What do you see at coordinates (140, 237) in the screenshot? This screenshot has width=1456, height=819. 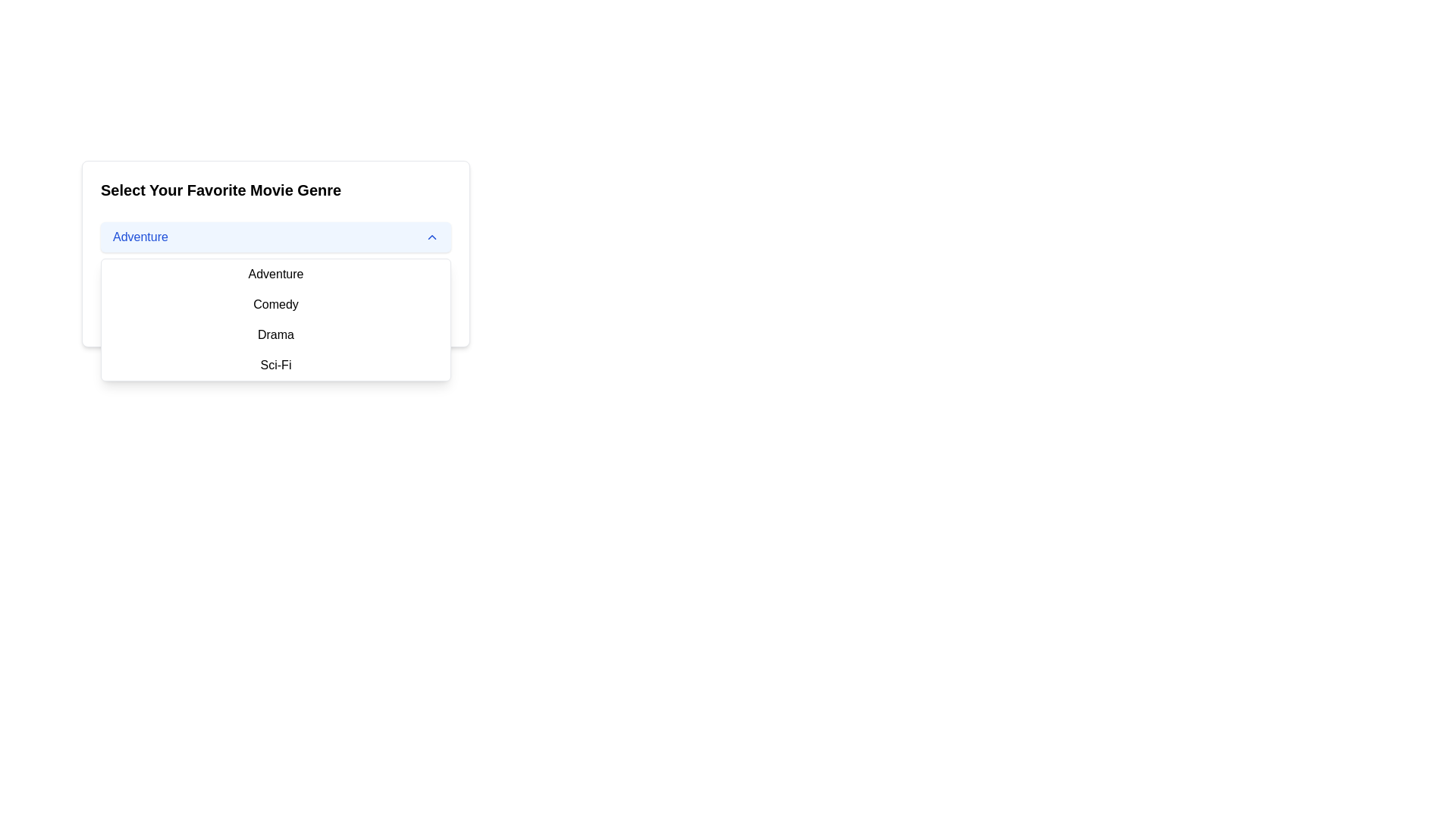 I see `the text label indicating the currently selected movie genre in the dropdown menu` at bounding box center [140, 237].